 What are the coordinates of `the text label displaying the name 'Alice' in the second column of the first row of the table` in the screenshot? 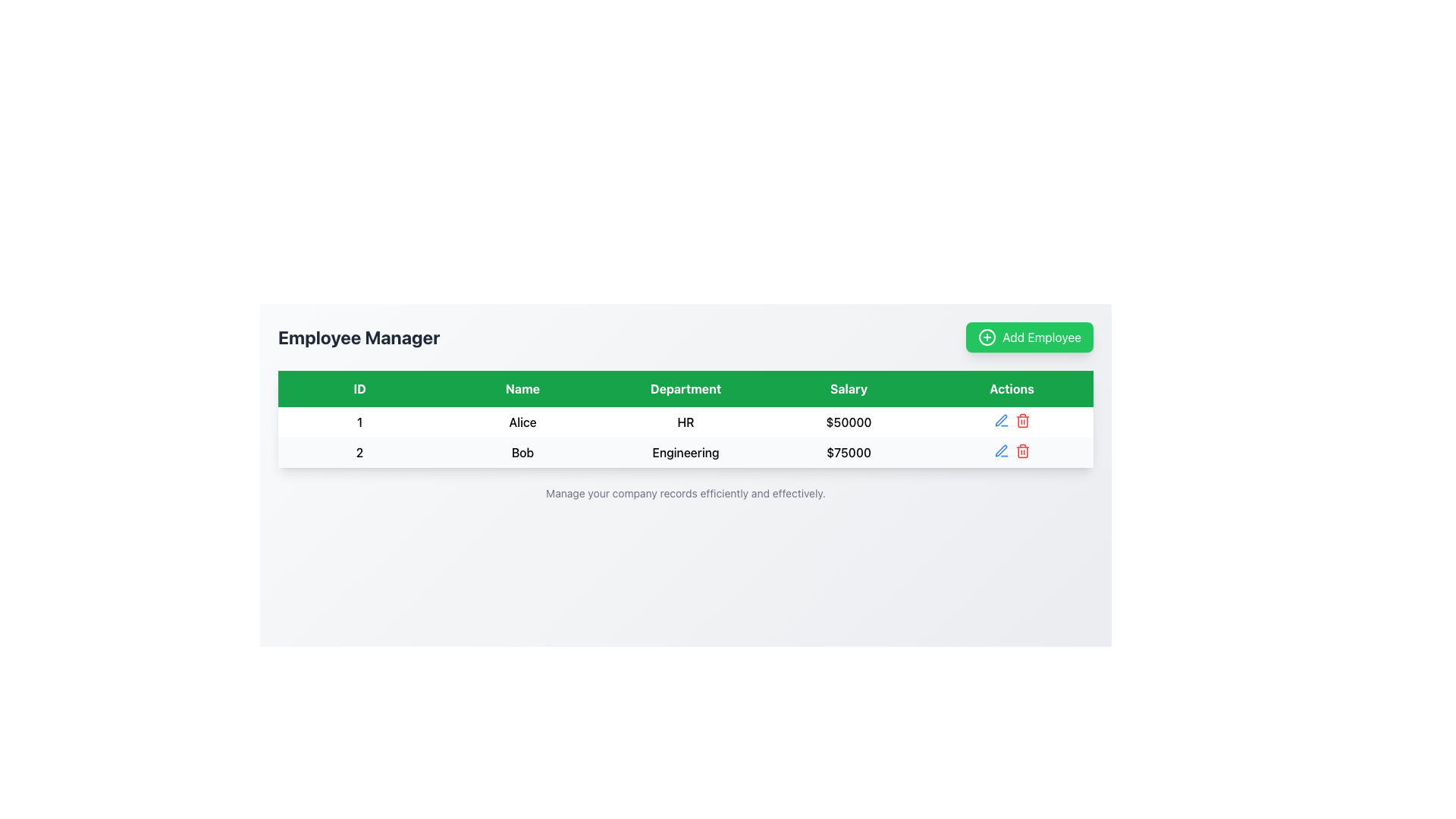 It's located at (522, 422).